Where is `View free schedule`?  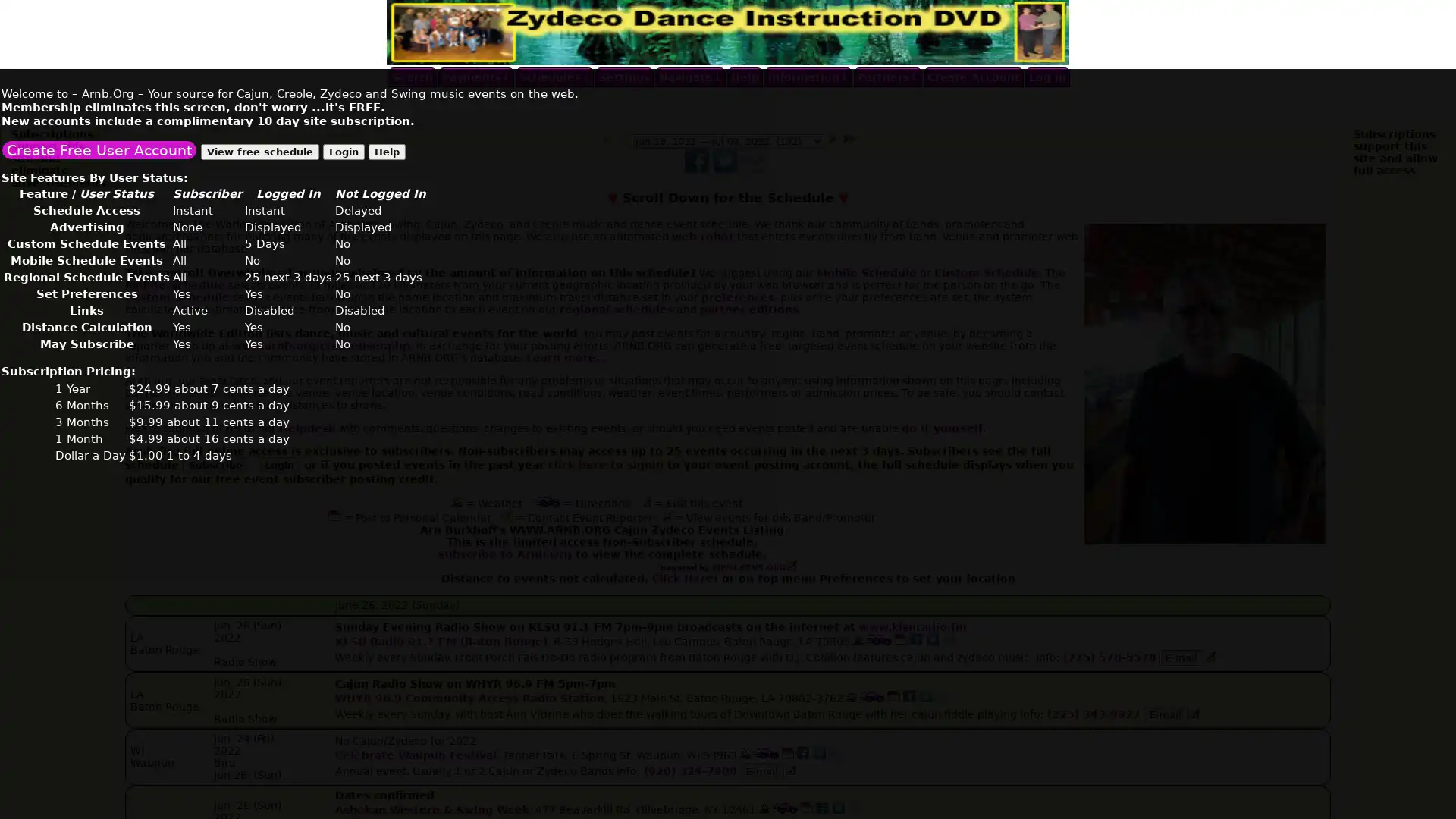 View free schedule is located at coordinates (259, 151).